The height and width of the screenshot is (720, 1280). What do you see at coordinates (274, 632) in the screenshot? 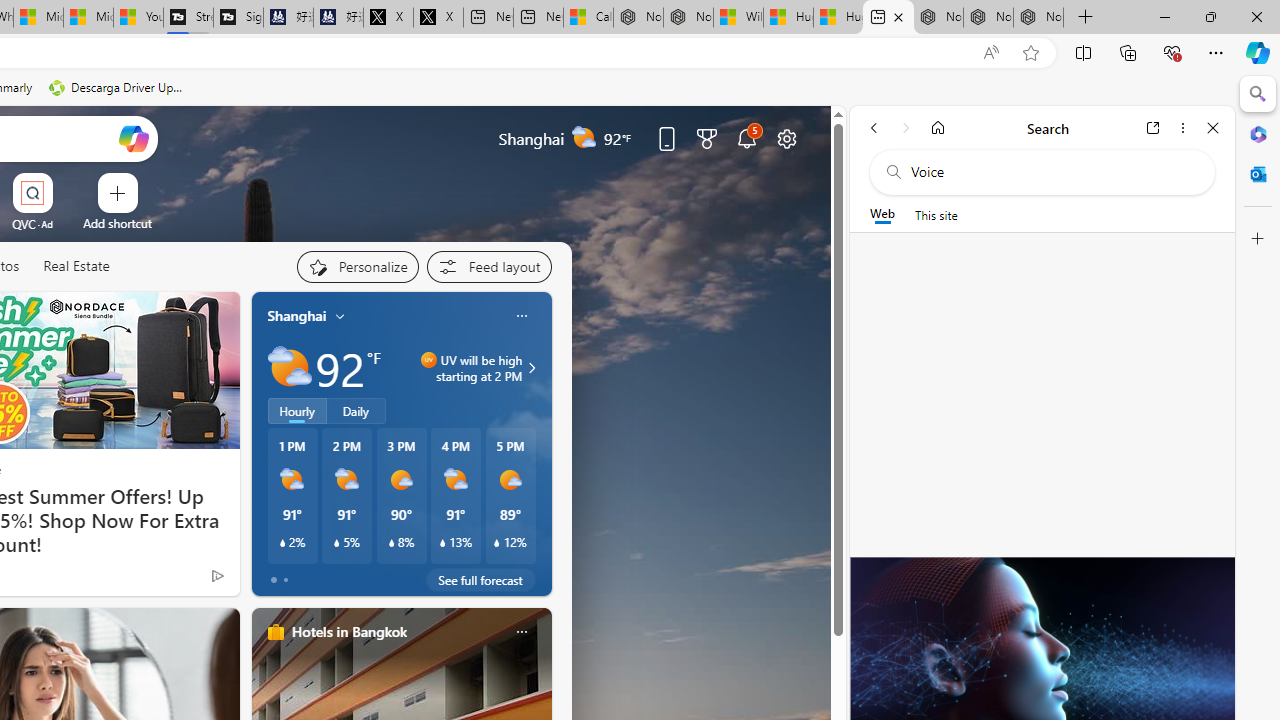
I see `'hotels-header-icon'` at bounding box center [274, 632].